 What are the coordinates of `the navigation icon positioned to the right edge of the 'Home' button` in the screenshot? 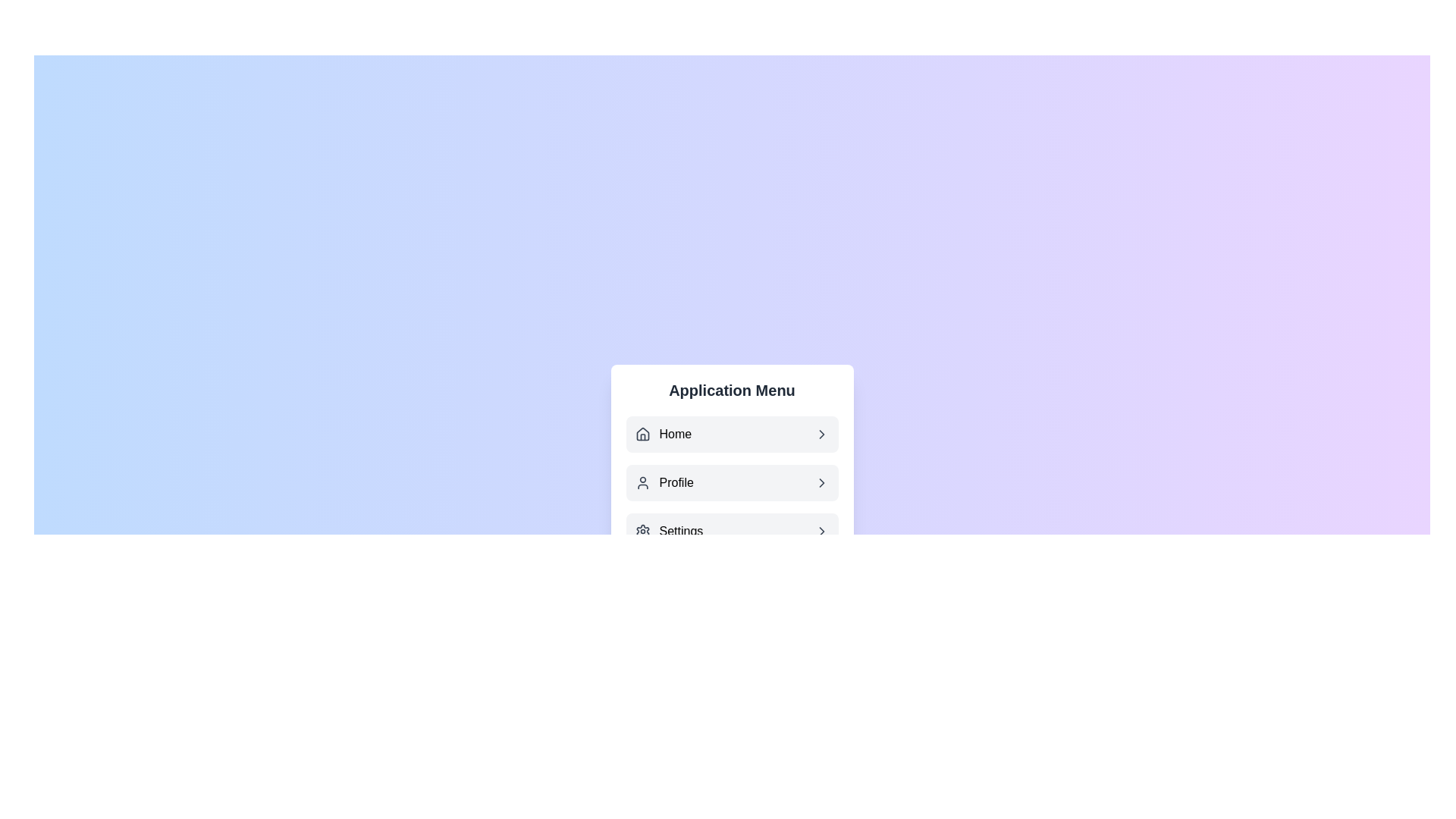 It's located at (821, 435).